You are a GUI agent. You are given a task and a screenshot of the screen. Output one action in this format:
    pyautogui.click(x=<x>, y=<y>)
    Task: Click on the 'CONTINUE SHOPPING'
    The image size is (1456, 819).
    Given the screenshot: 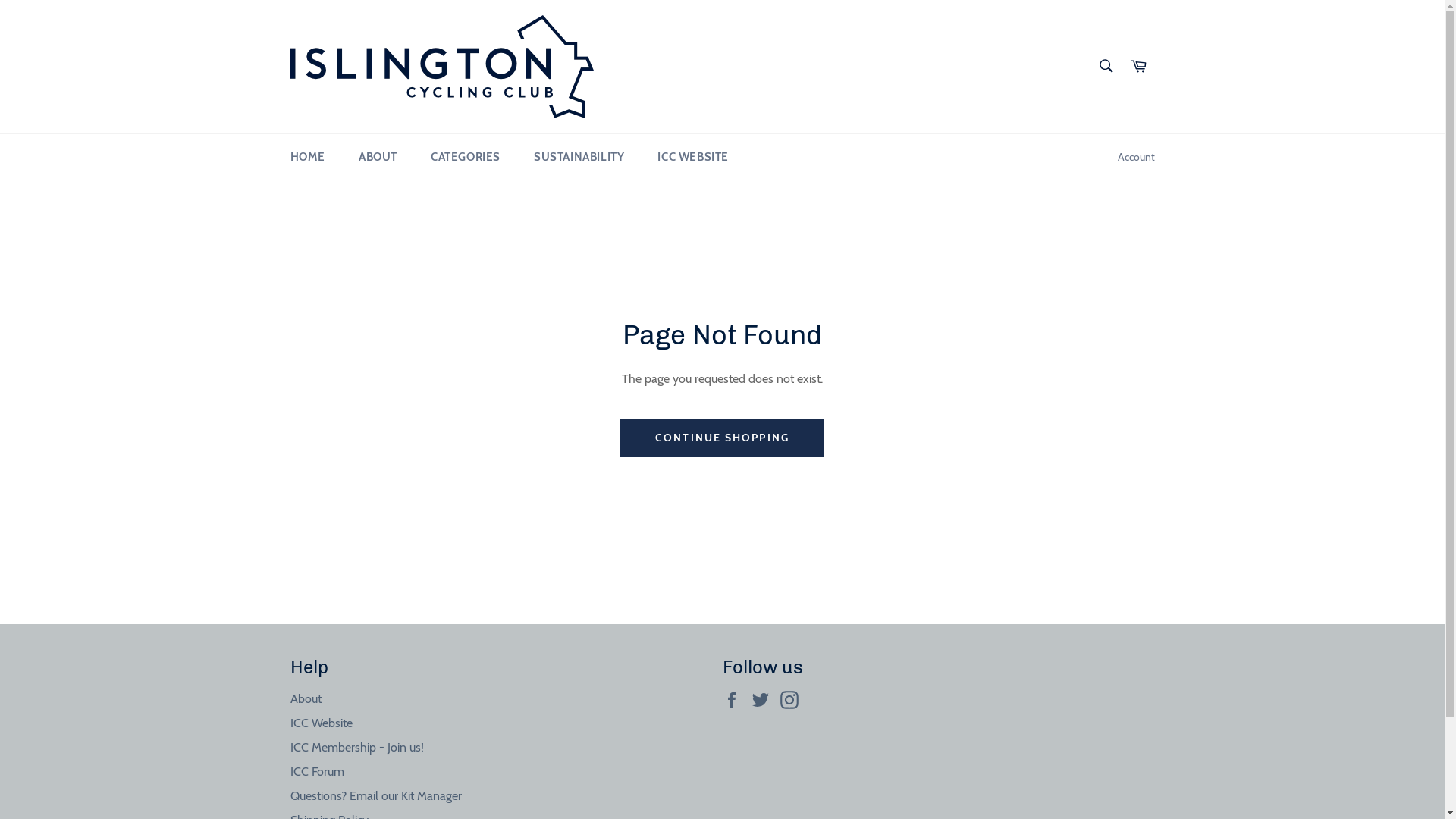 What is the action you would take?
    pyautogui.click(x=721, y=438)
    